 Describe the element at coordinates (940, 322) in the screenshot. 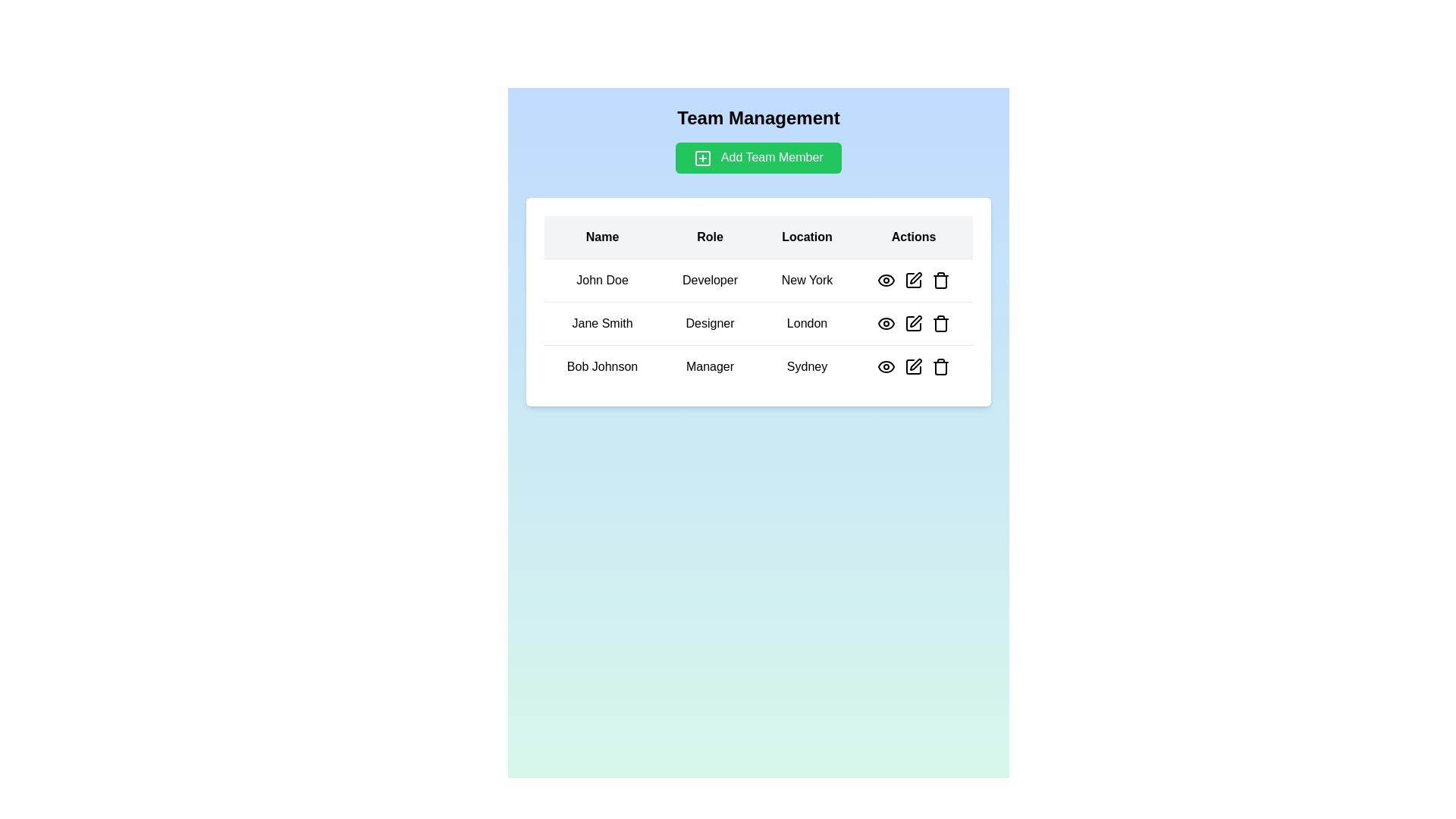

I see `the delete button in the 'Actions' column for the user 'Jane Smith'` at that location.